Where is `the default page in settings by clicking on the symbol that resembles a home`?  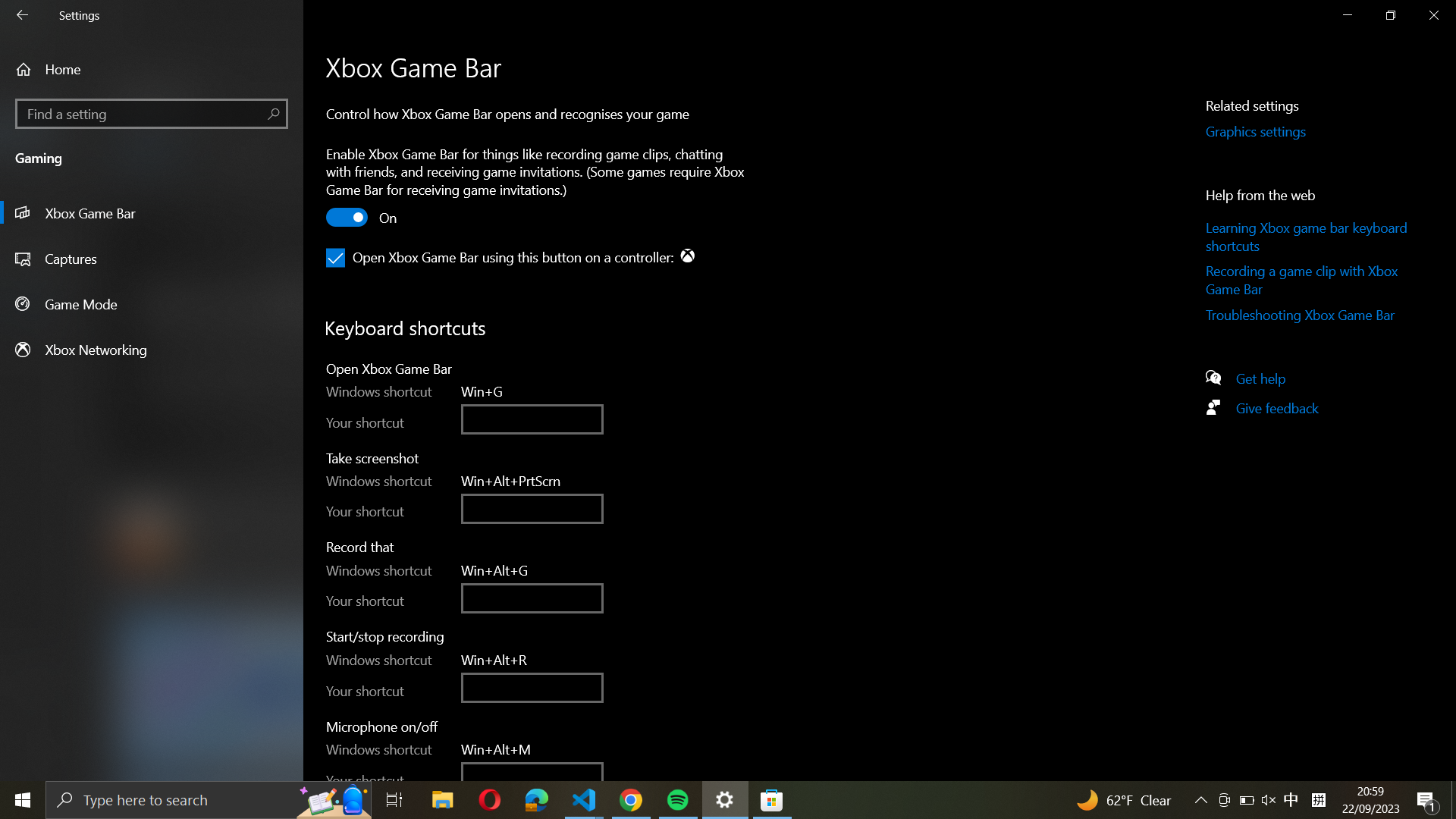 the default page in settings by clicking on the symbol that resembles a home is located at coordinates (152, 69).